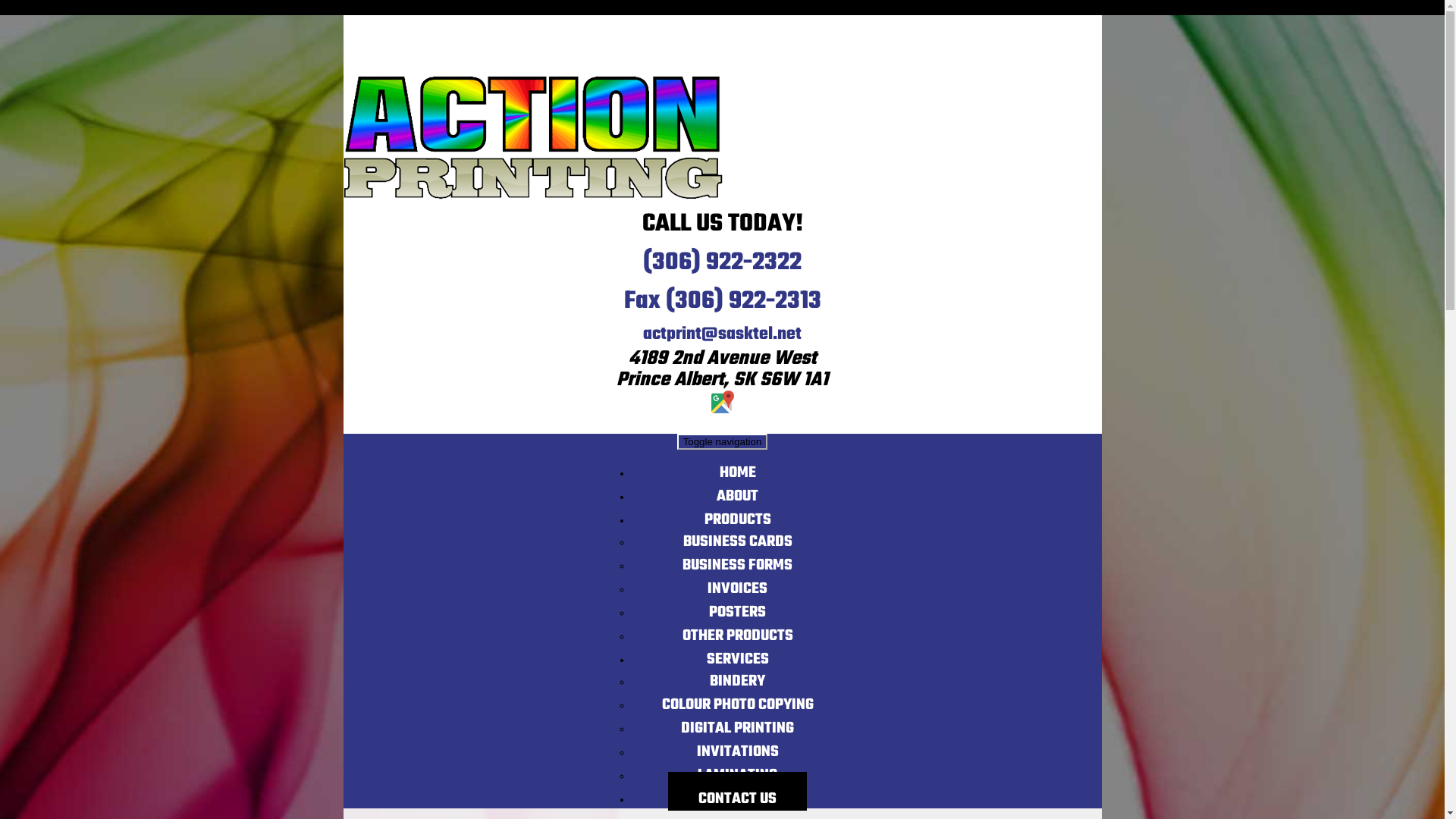 The height and width of the screenshot is (819, 1456). I want to click on 'HOME', so click(736, 464).